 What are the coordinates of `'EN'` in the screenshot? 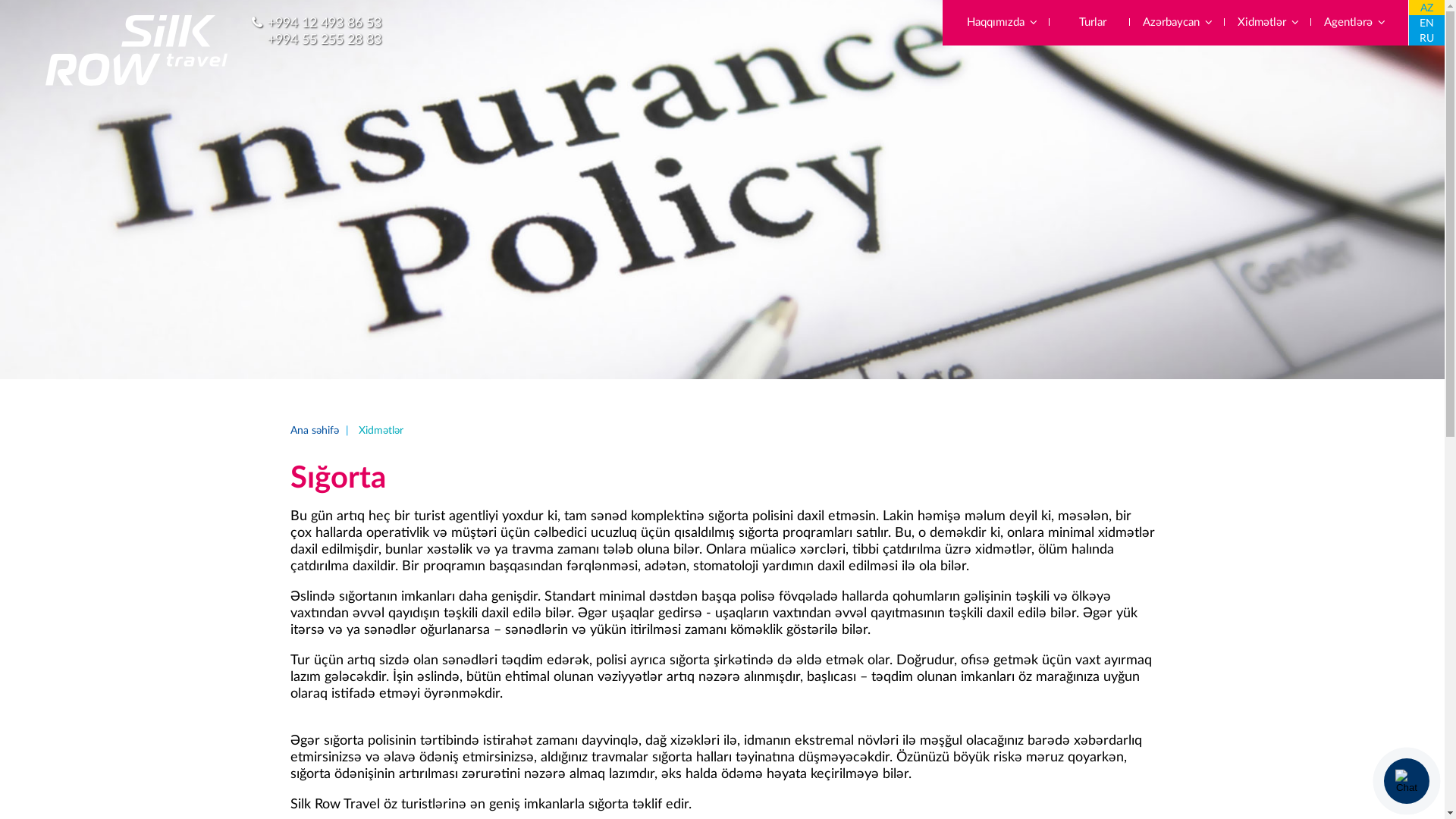 It's located at (1426, 23).